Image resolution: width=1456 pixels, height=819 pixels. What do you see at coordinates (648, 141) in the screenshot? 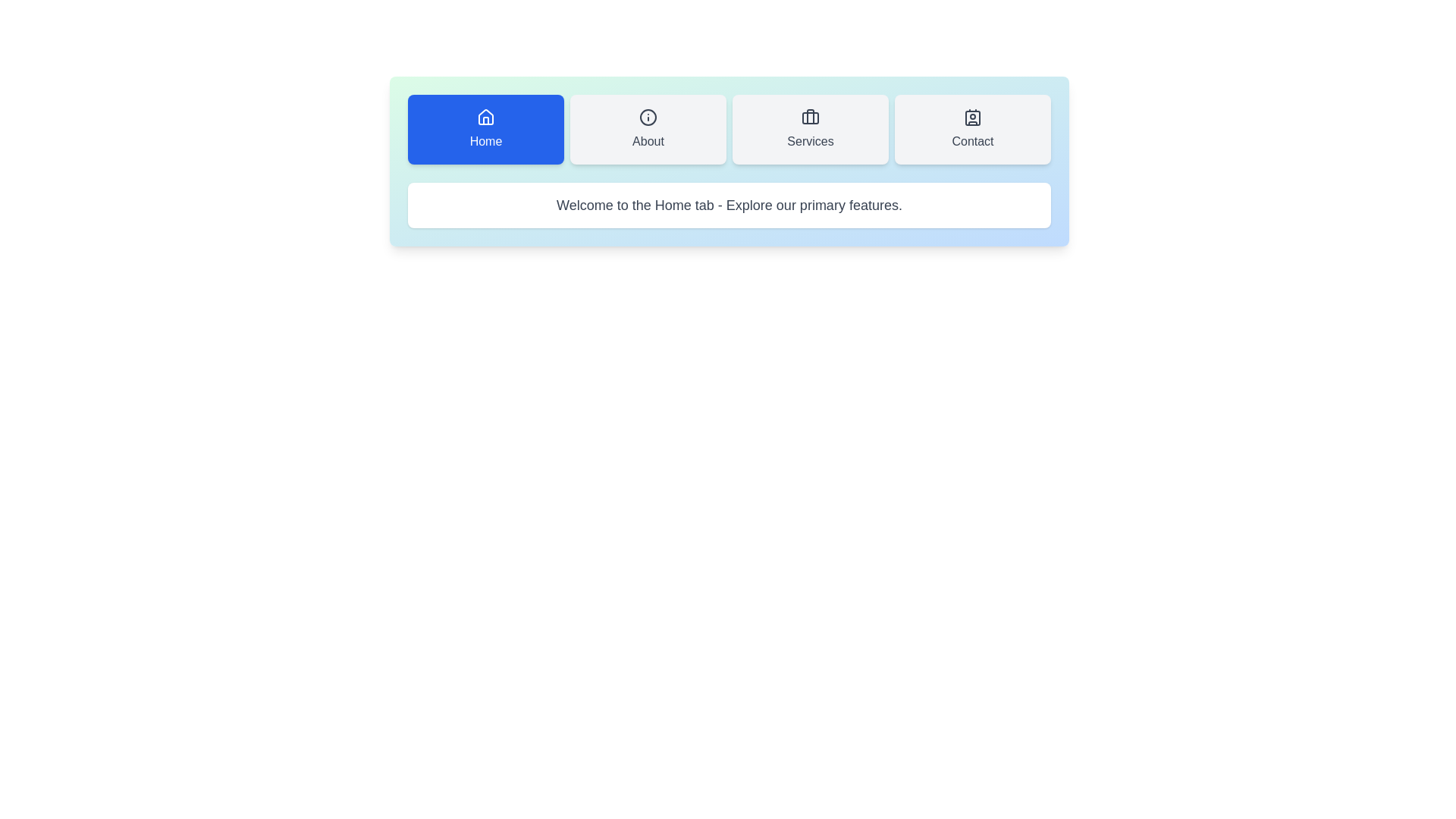
I see `the 'About' button located centrally near the top of the interface, which serves as the title for the 'About' section` at bounding box center [648, 141].